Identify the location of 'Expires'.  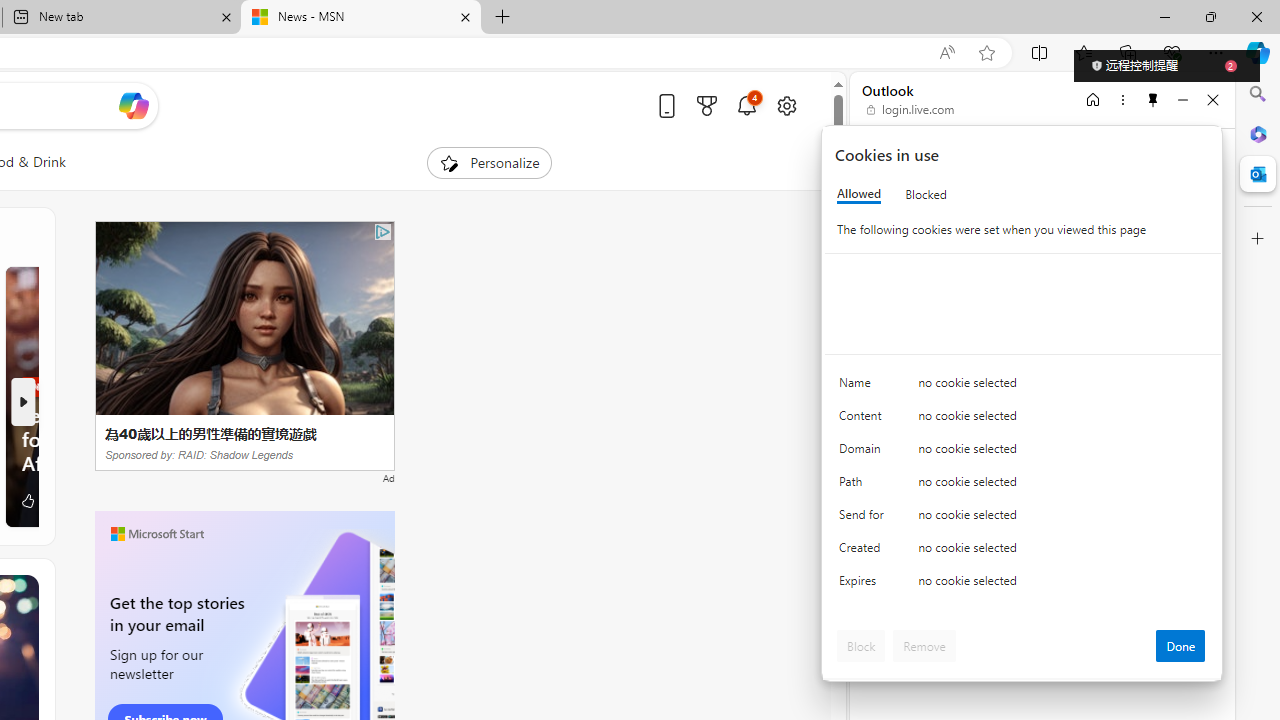
(865, 585).